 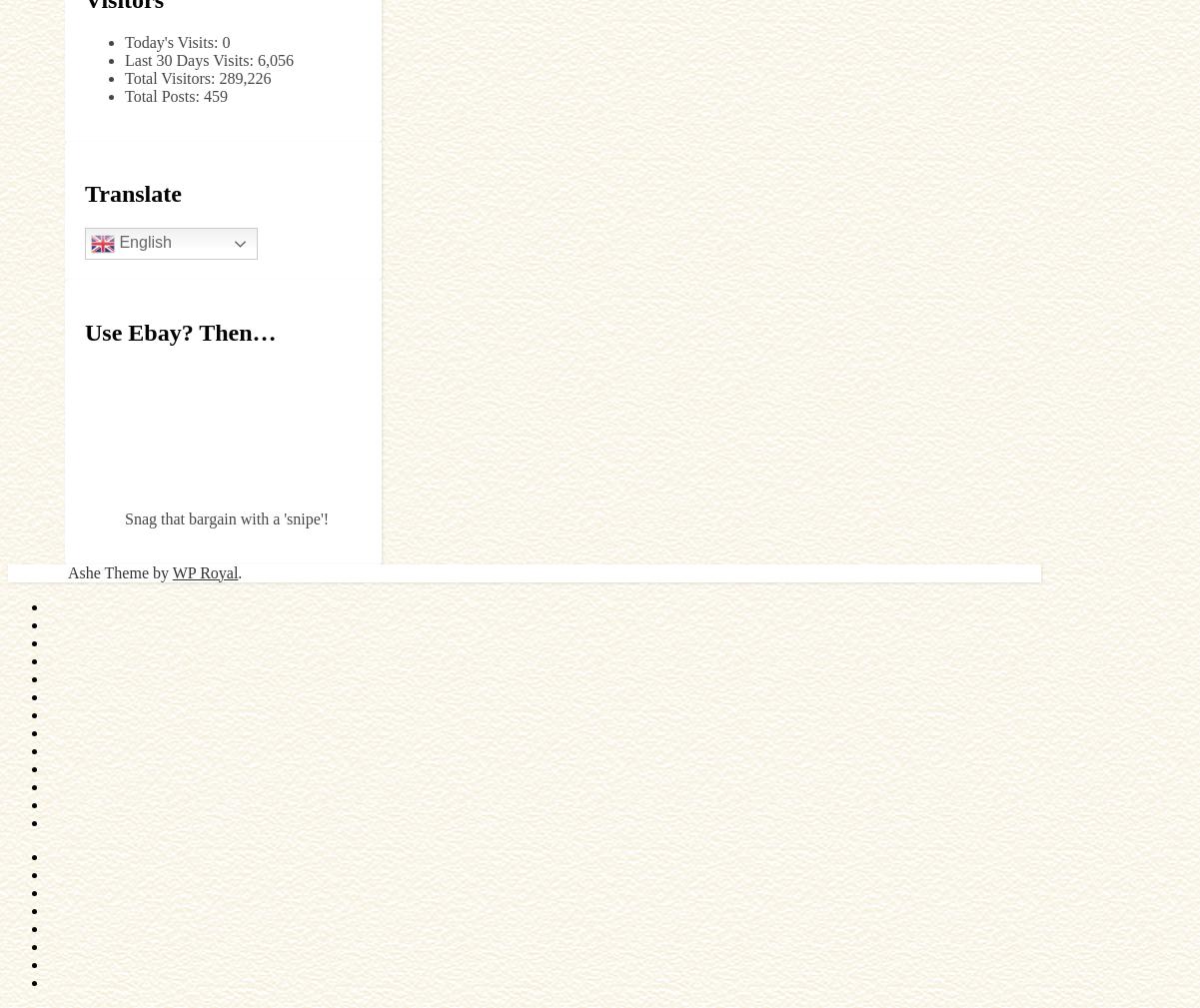 What do you see at coordinates (180, 331) in the screenshot?
I see `'Use Ebay? Then…'` at bounding box center [180, 331].